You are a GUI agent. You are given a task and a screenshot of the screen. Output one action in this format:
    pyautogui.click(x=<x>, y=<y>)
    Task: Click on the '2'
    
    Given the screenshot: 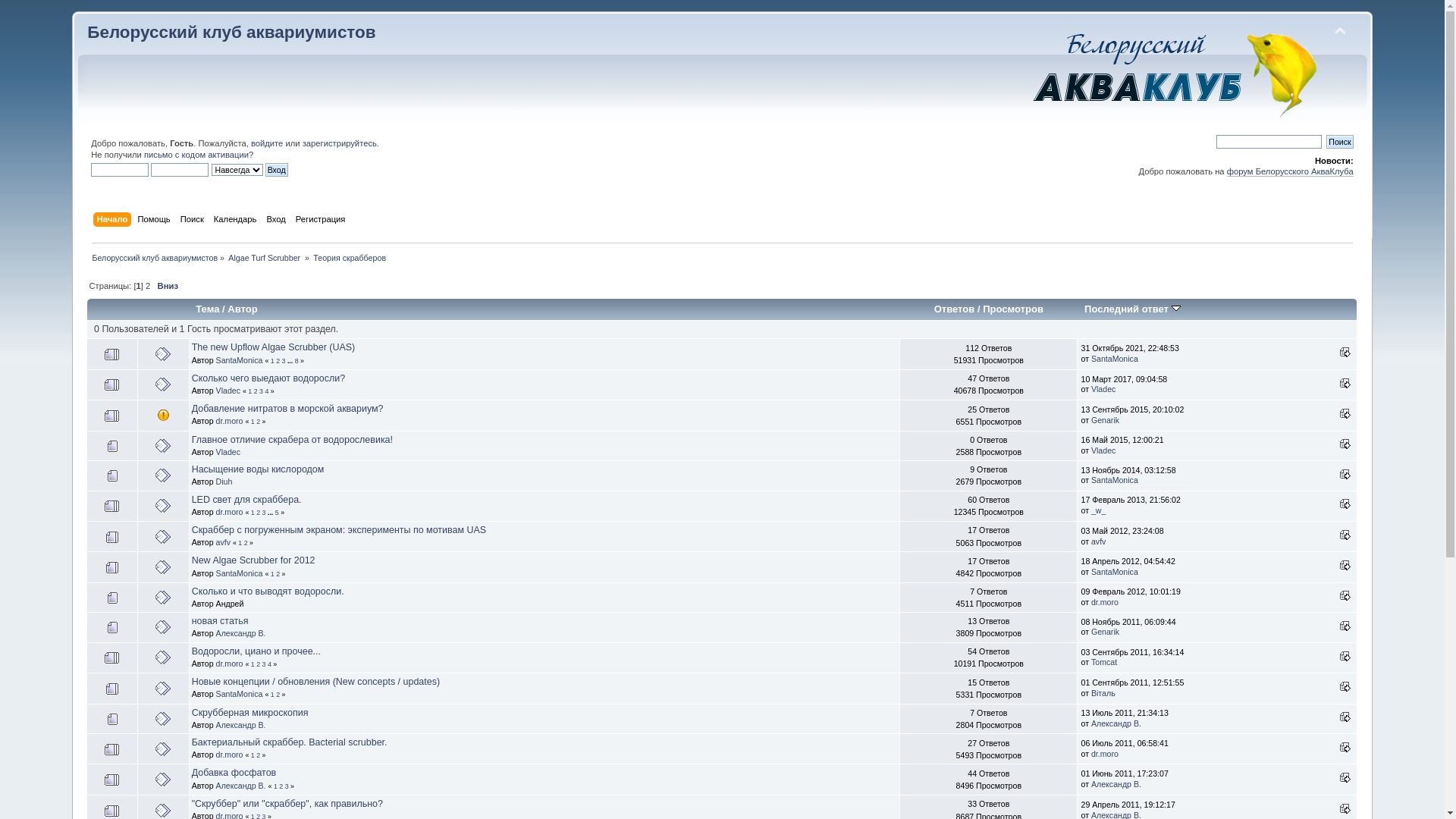 What is the action you would take?
    pyautogui.click(x=278, y=360)
    